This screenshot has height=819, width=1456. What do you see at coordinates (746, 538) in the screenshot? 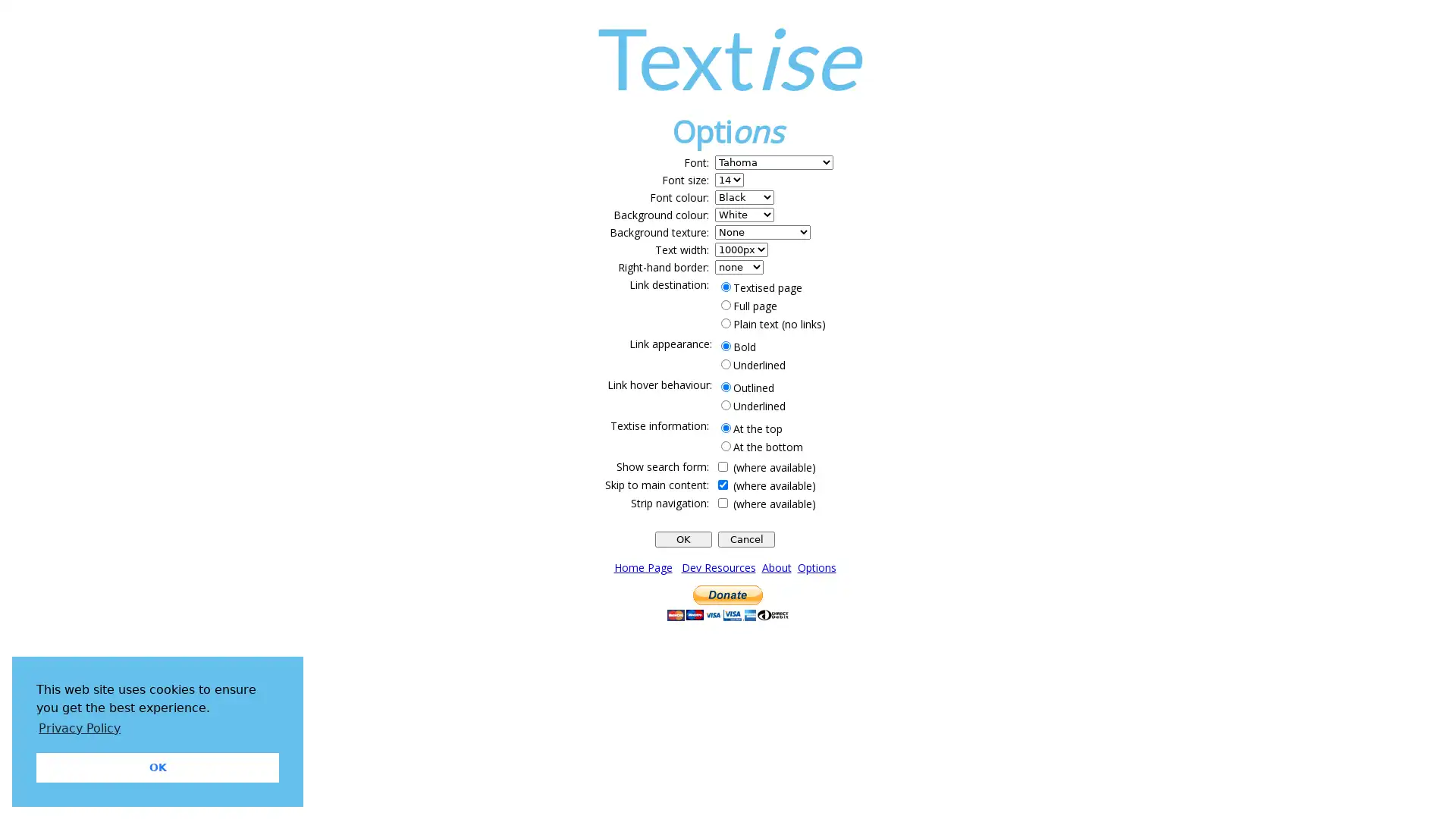
I see `Cancel` at bounding box center [746, 538].